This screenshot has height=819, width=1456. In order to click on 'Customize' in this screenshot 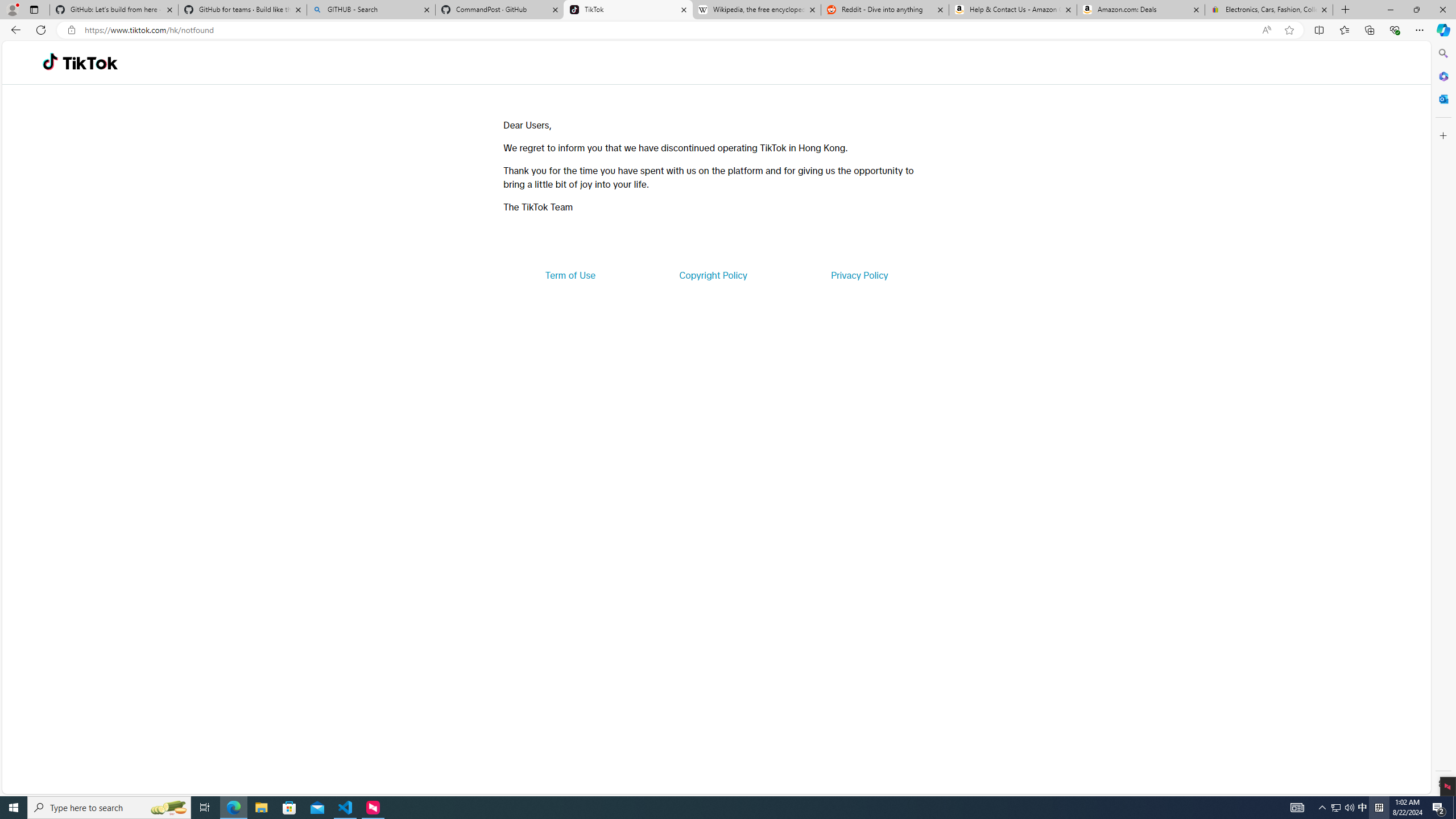, I will do `click(1442, 135)`.